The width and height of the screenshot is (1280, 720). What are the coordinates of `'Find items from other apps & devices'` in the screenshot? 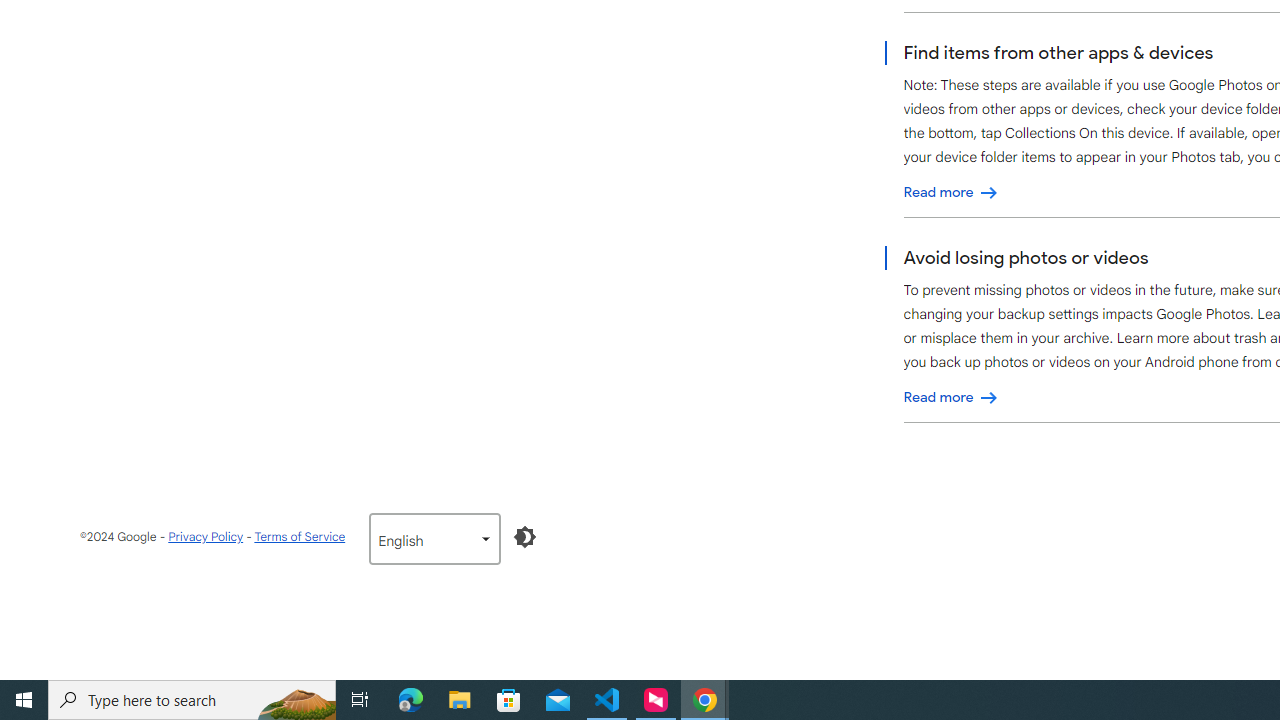 It's located at (950, 192).